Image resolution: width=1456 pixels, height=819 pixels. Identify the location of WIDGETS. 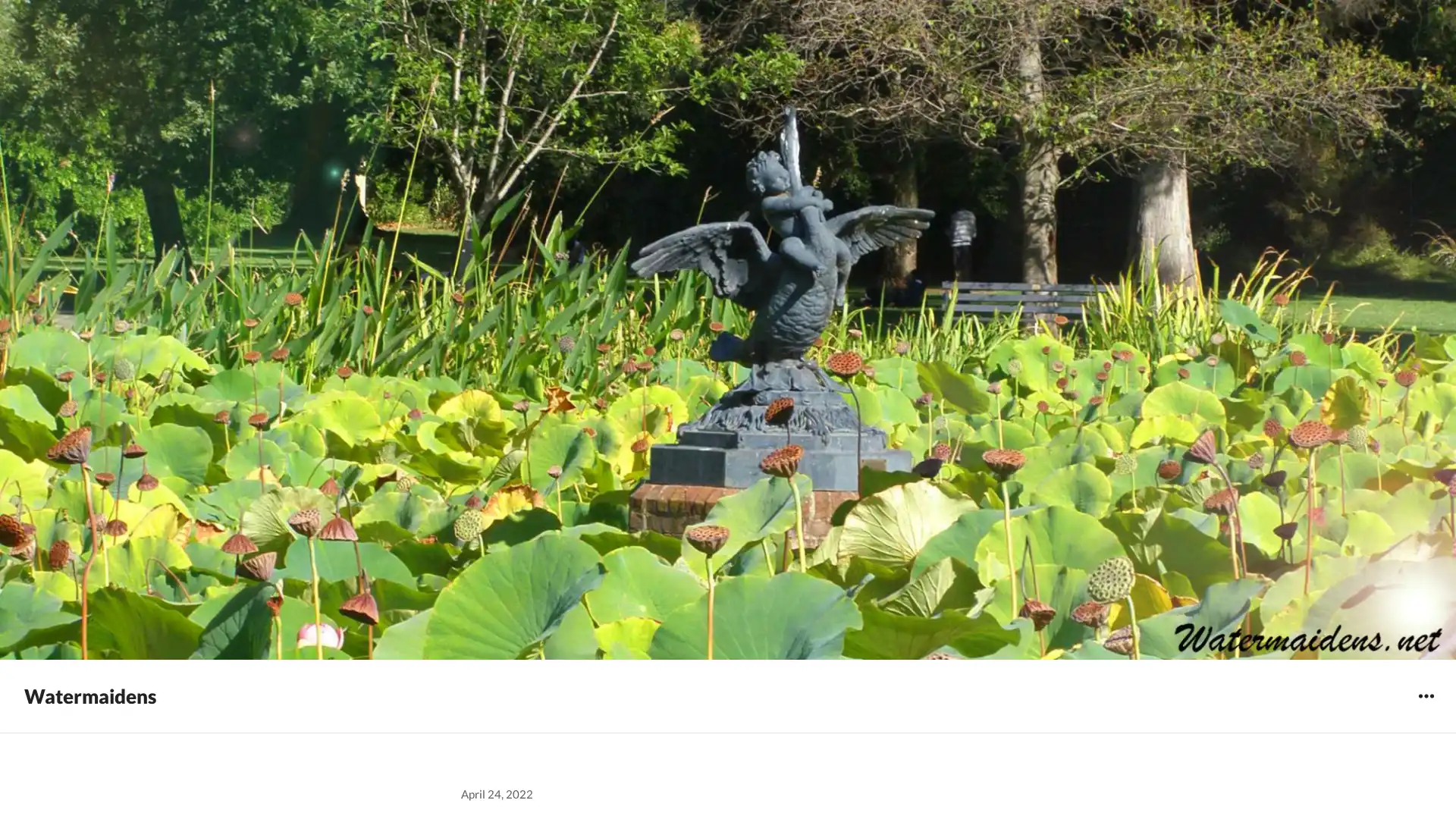
(1425, 695).